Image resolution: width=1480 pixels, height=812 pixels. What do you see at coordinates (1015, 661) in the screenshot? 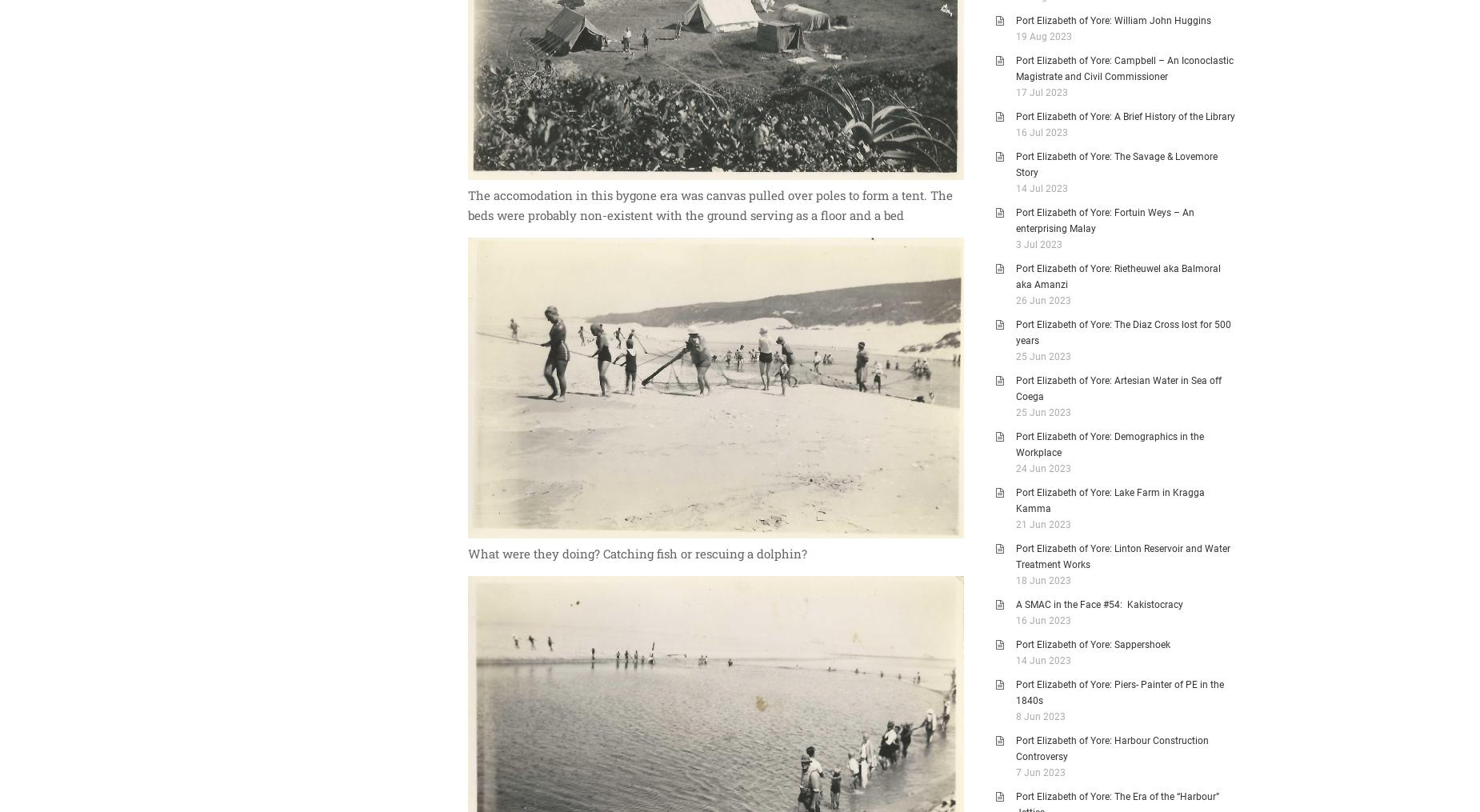
I see `'14 Jun 2023'` at bounding box center [1015, 661].